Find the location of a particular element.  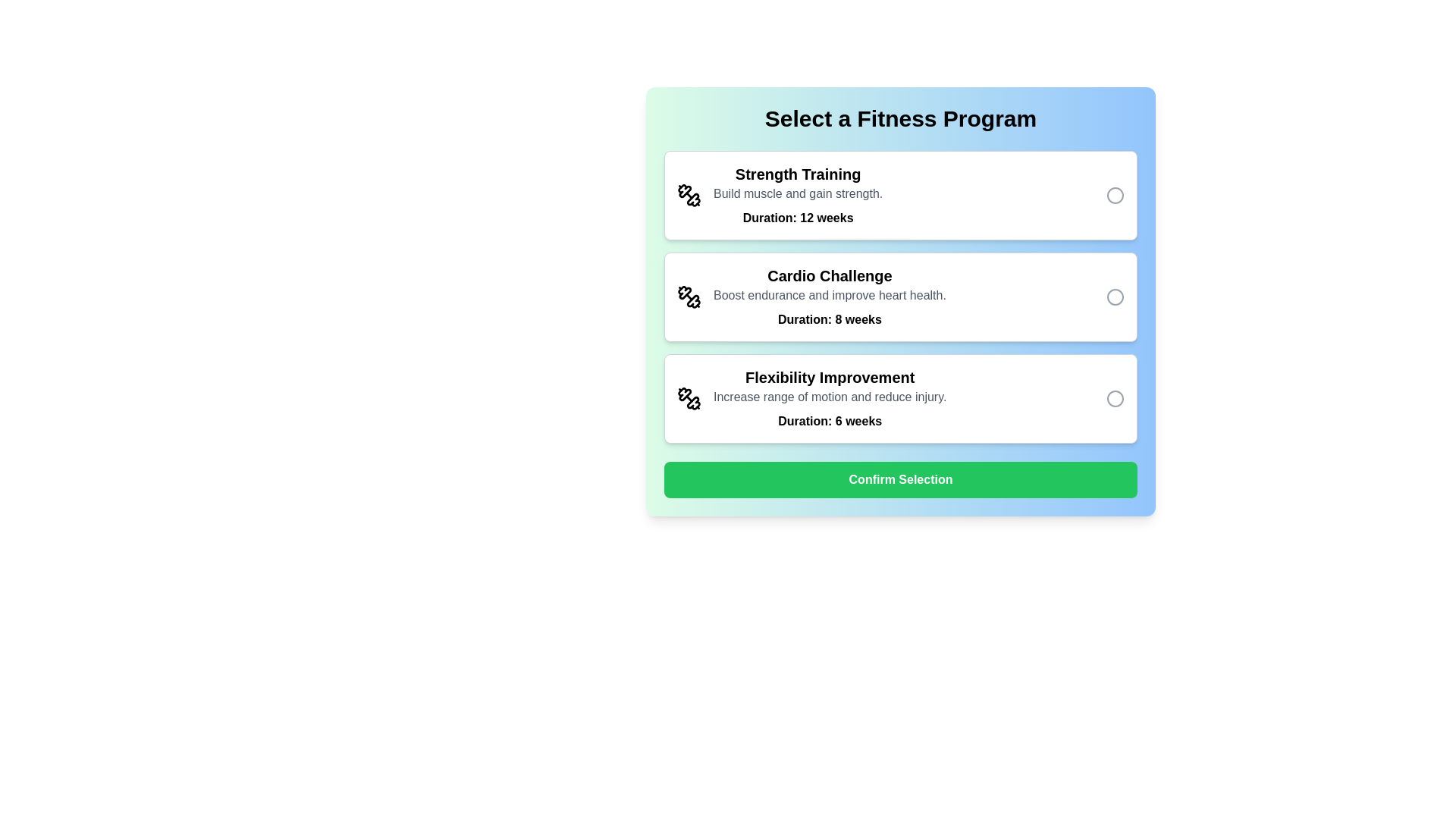

the confirmation button located at the bottom of the 'Select a Fitness Program' modal to confirm the selection of a fitness program is located at coordinates (901, 479).